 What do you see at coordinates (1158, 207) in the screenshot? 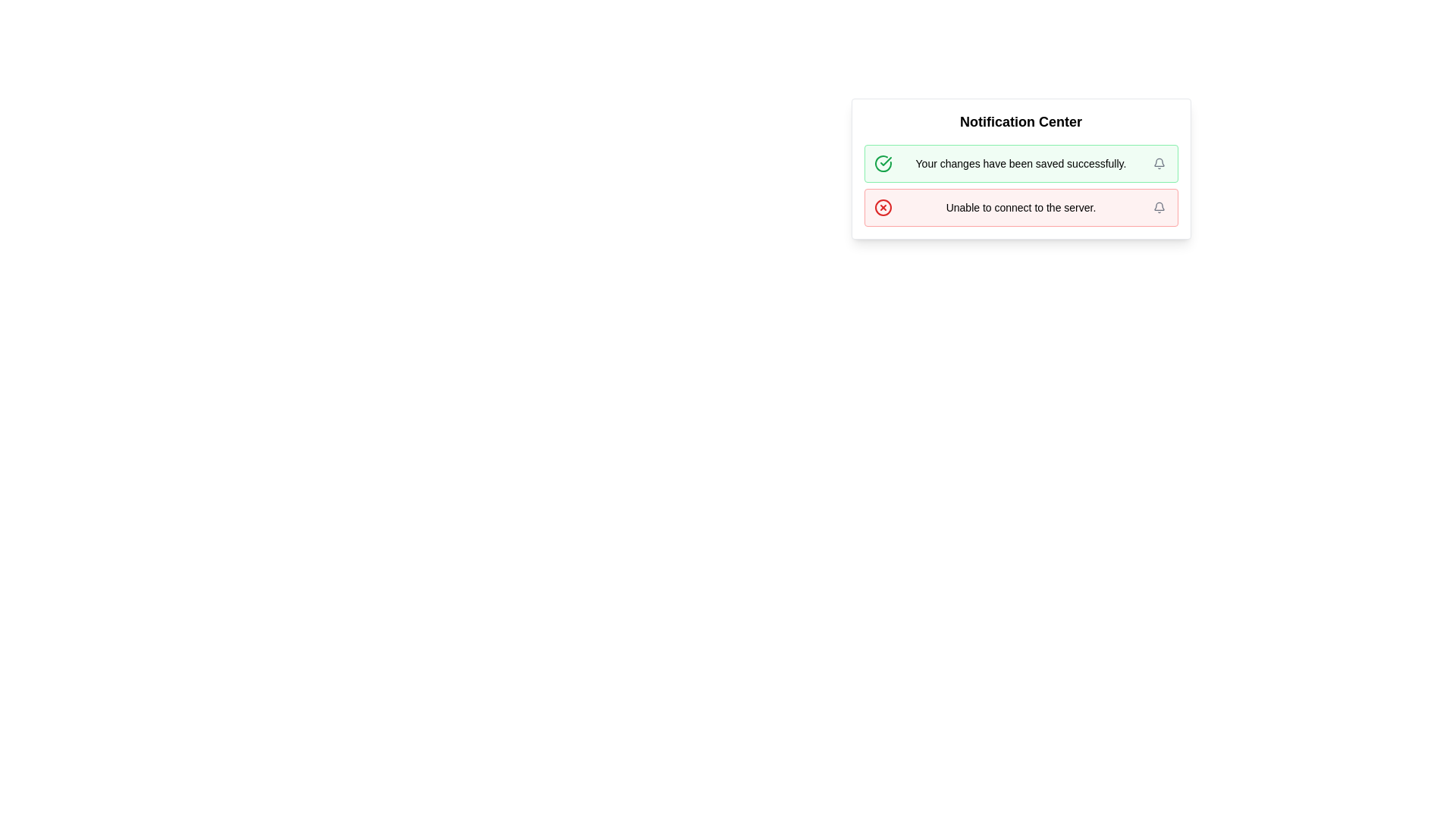
I see `the bell-shaped icon button with a gray outline located at the far right of the notification labeled 'Unable to connect to the server'` at bounding box center [1158, 207].